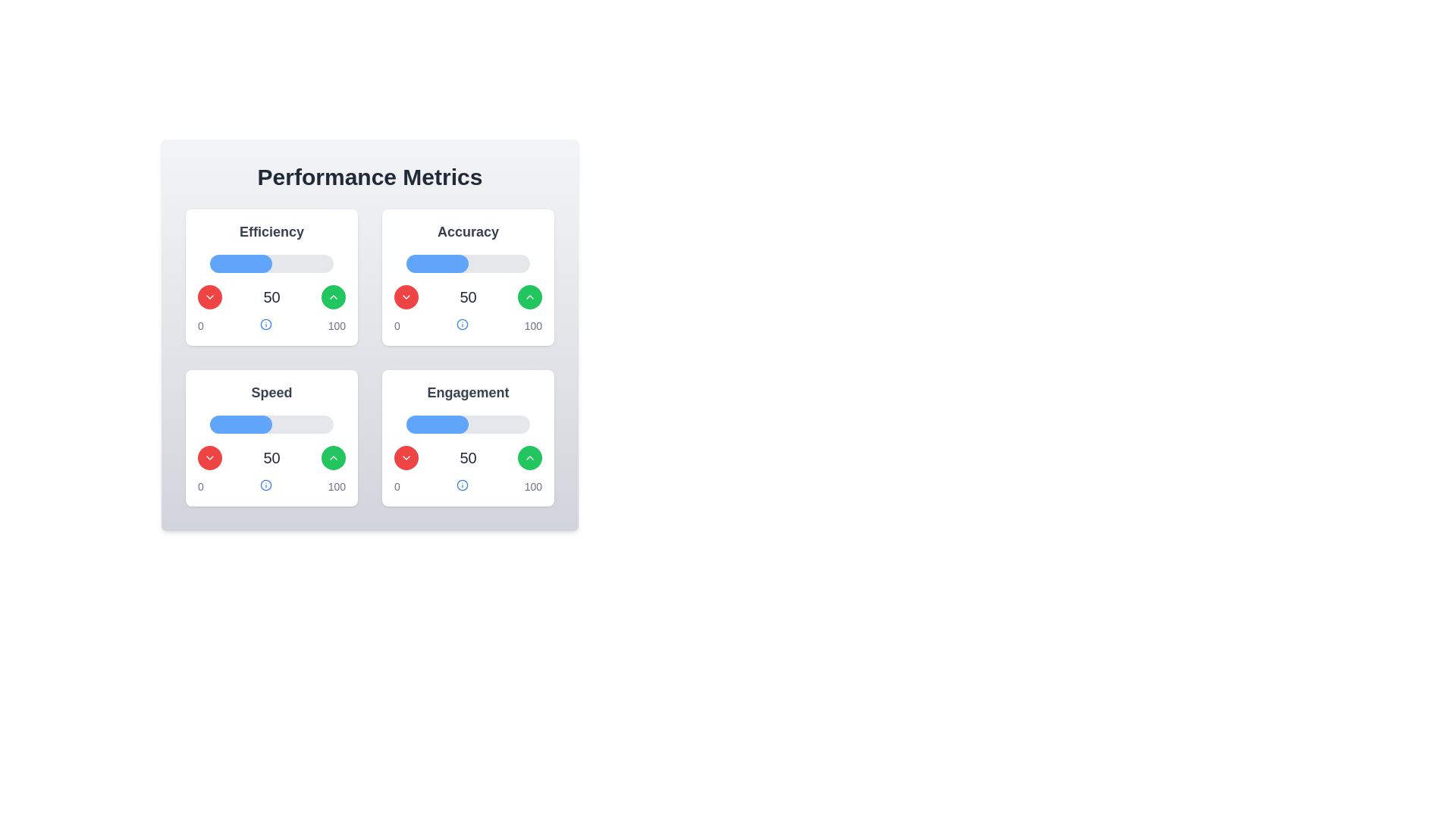 This screenshot has width=1456, height=819. I want to click on the downward chevron icon embedded inside the red circular button, so click(209, 457).